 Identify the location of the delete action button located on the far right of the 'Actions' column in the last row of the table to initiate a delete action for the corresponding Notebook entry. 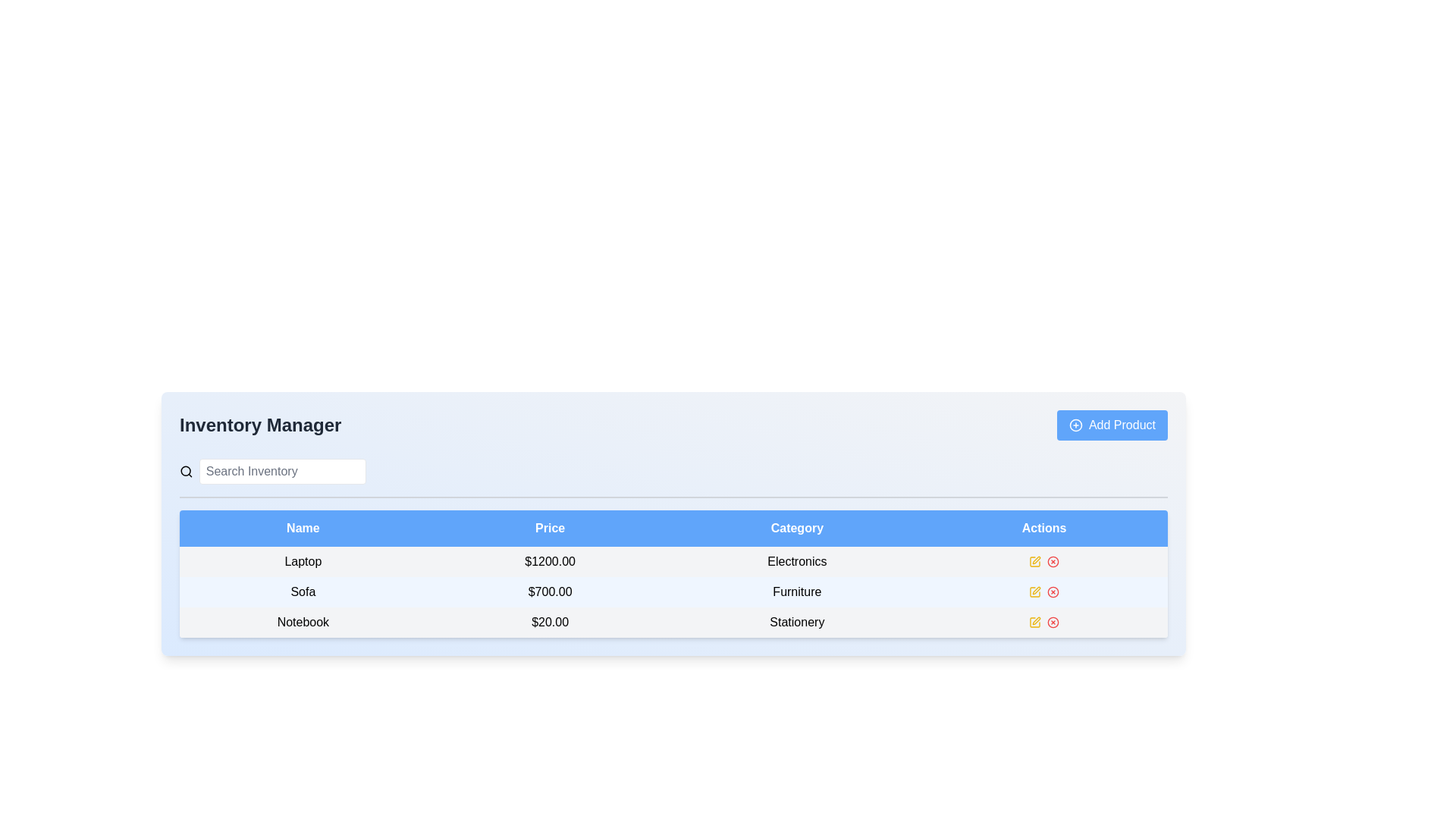
(1053, 623).